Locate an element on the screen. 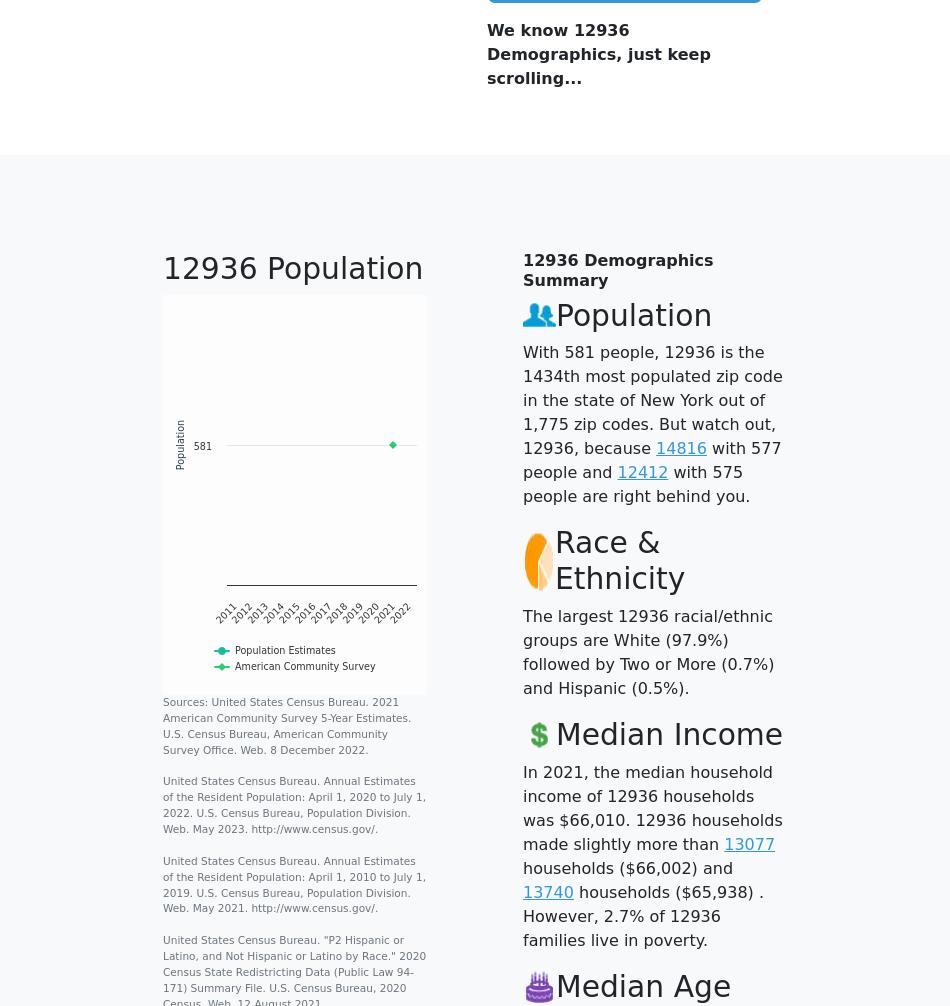 Image resolution: width=950 pixels, height=1006 pixels. 'YES! I want a Demographics By Zip Code Report for New York!' is located at coordinates (647, 321).